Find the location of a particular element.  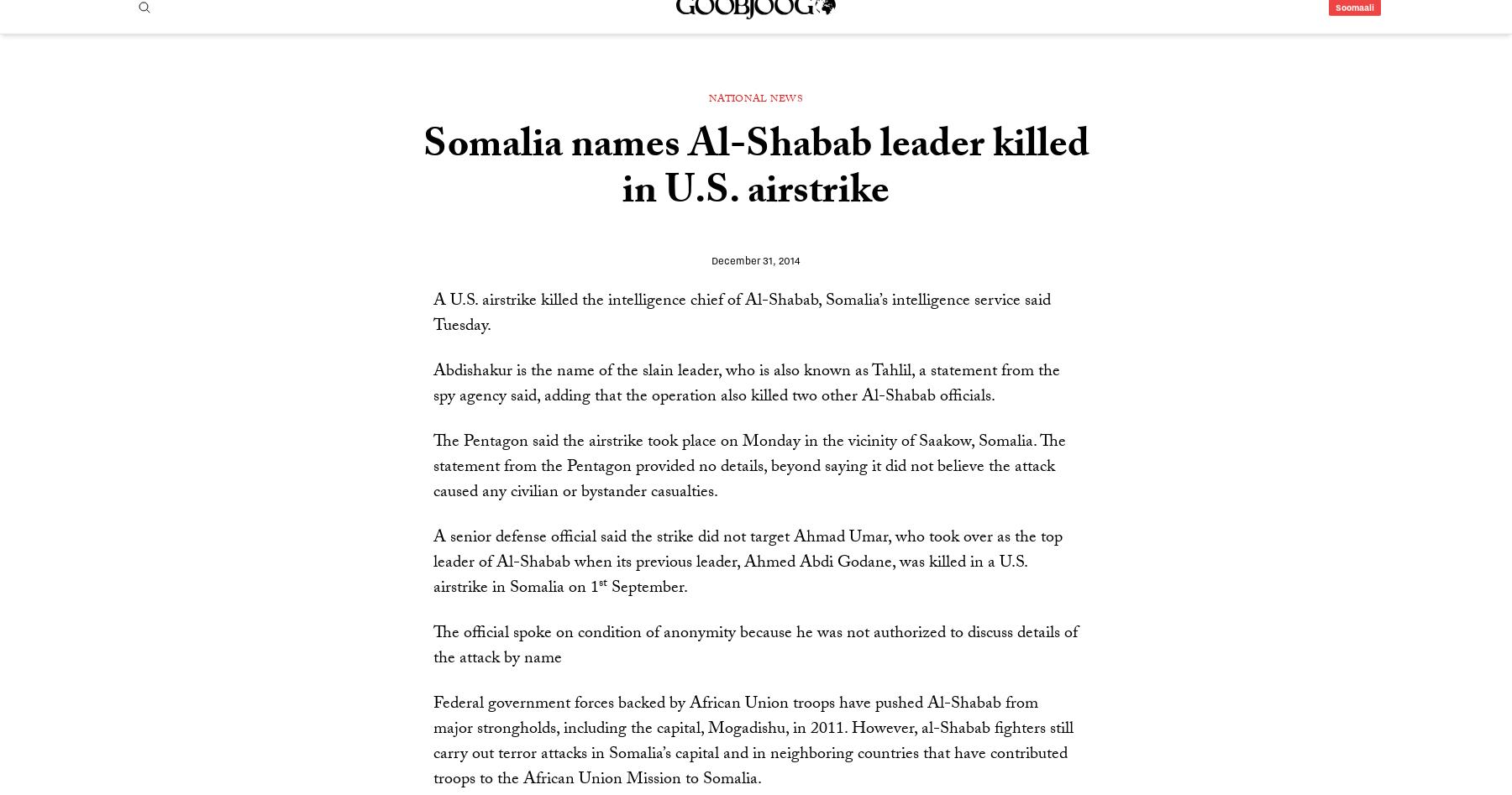

'World' is located at coordinates (584, 77).